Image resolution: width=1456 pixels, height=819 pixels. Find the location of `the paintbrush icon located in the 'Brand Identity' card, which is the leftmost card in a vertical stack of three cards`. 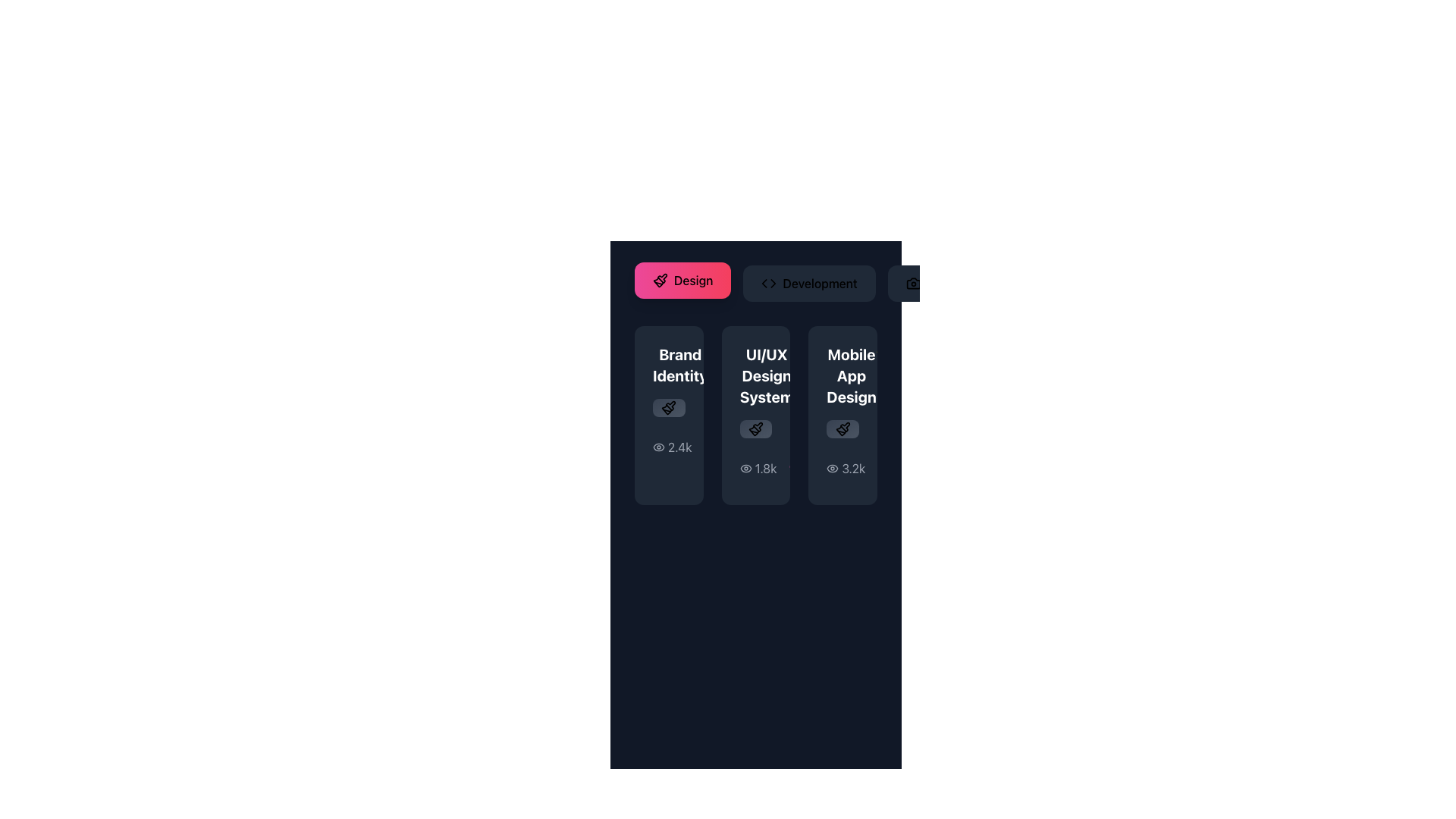

the paintbrush icon located in the 'Brand Identity' card, which is the leftmost card in a vertical stack of three cards is located at coordinates (670, 405).